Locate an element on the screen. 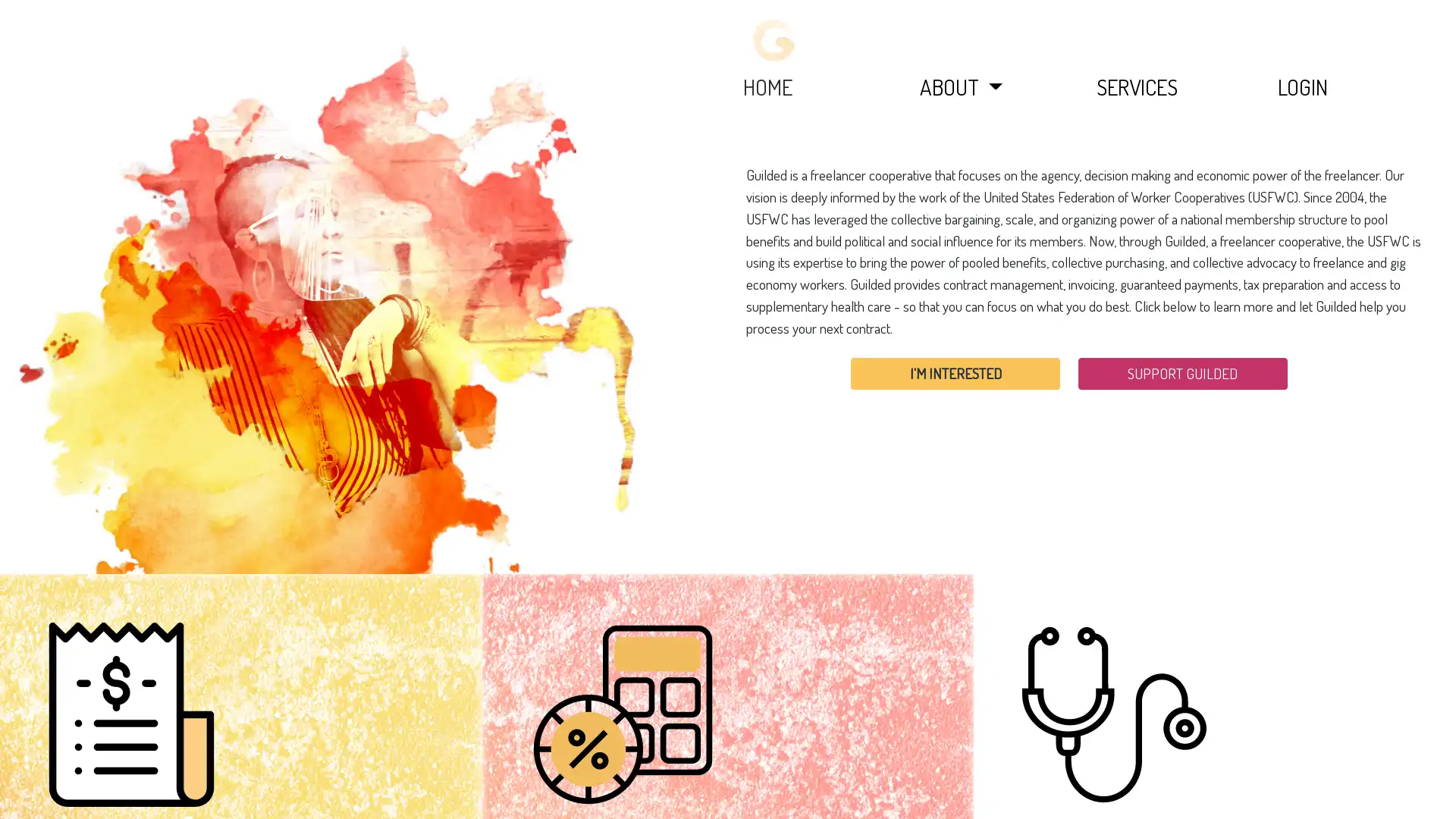 The height and width of the screenshot is (819, 1456). I'M INTERESTED is located at coordinates (954, 373).